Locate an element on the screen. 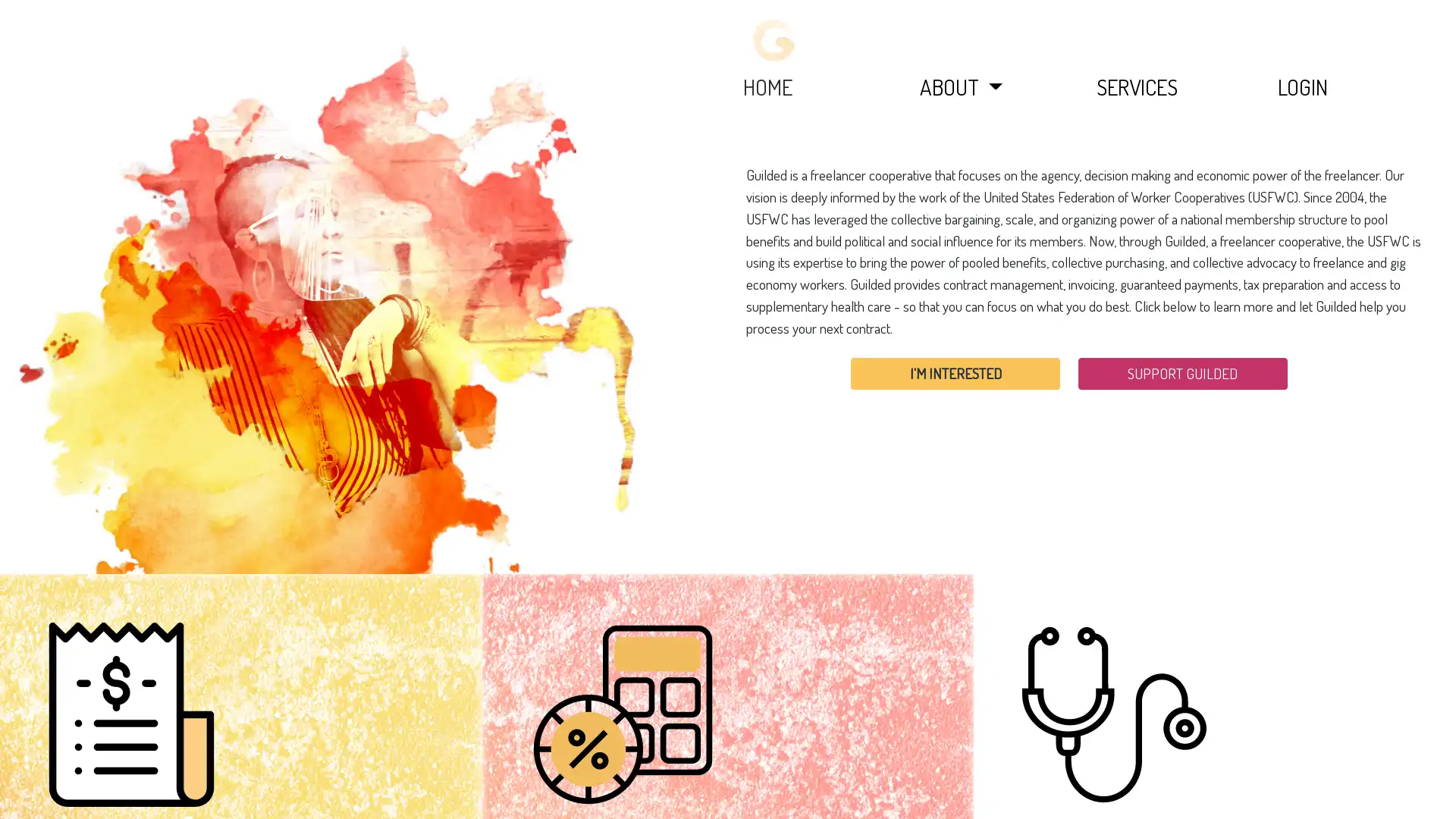 The height and width of the screenshot is (819, 1456). I'M INTERESTED is located at coordinates (954, 373).